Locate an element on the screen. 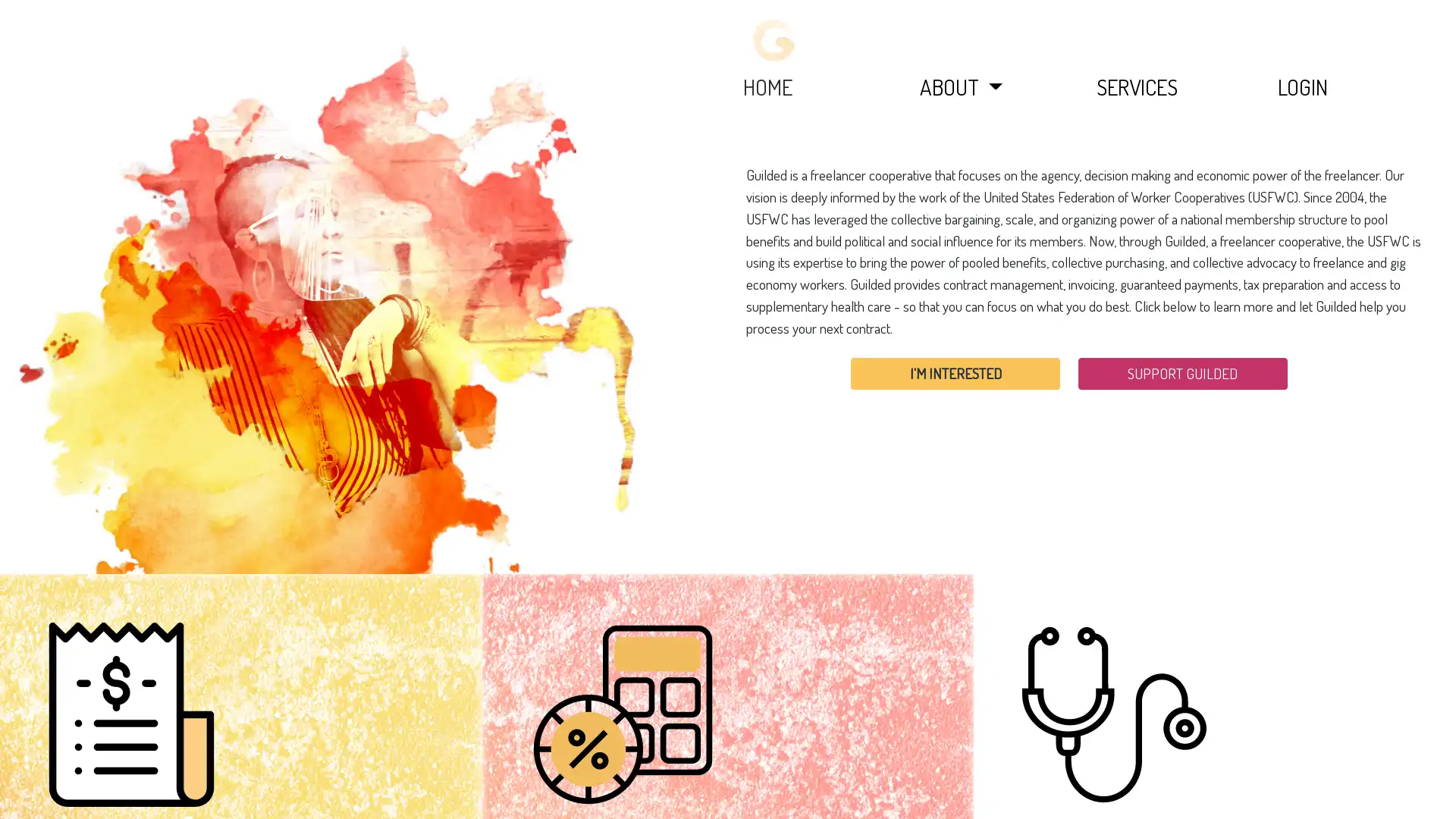 The height and width of the screenshot is (819, 1456). I'M INTERESTED is located at coordinates (954, 373).